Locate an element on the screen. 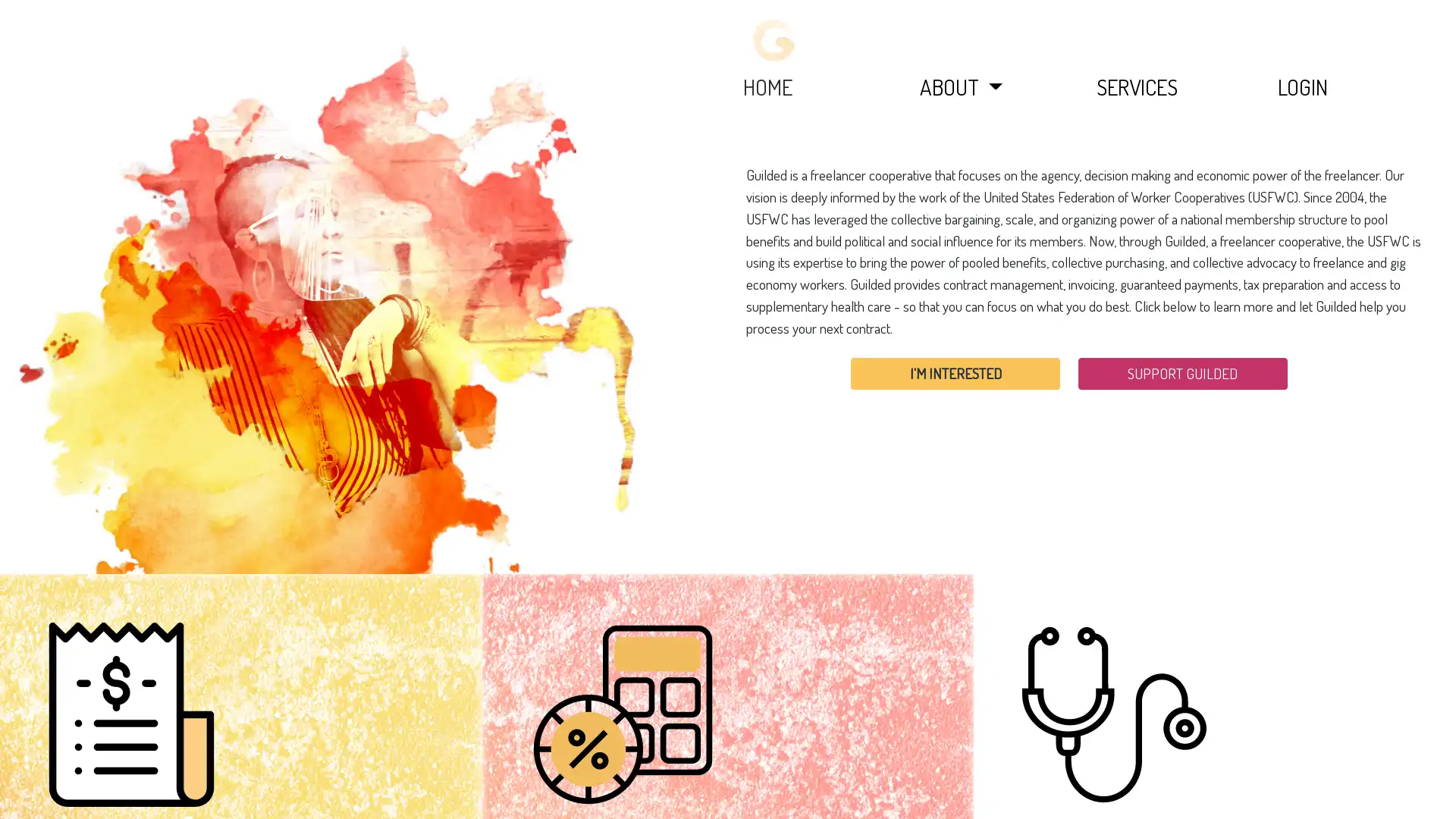 The height and width of the screenshot is (819, 1456). I'M INTERESTED is located at coordinates (954, 373).